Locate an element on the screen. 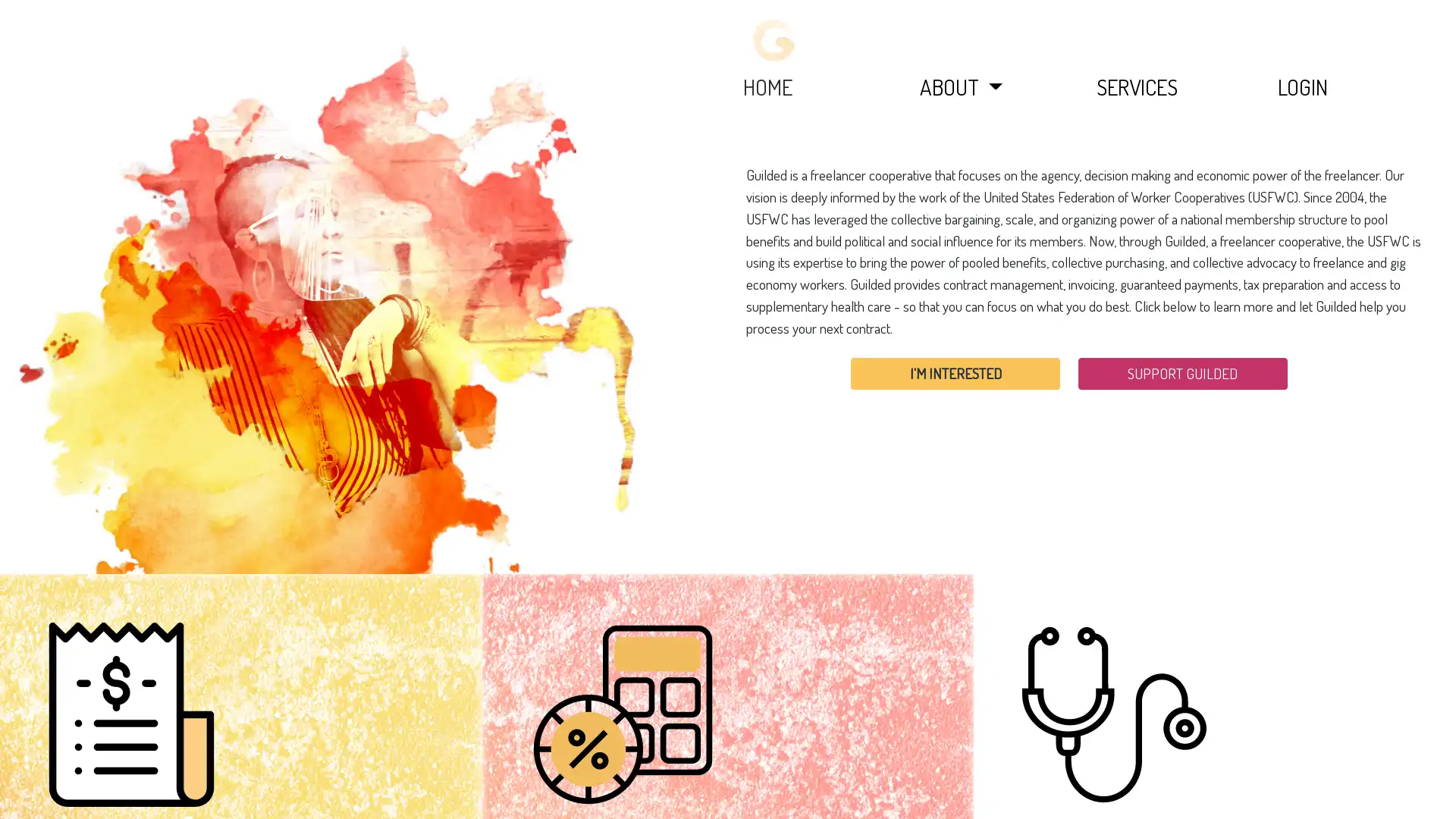 The height and width of the screenshot is (819, 1456). I'M INTERESTED is located at coordinates (954, 373).